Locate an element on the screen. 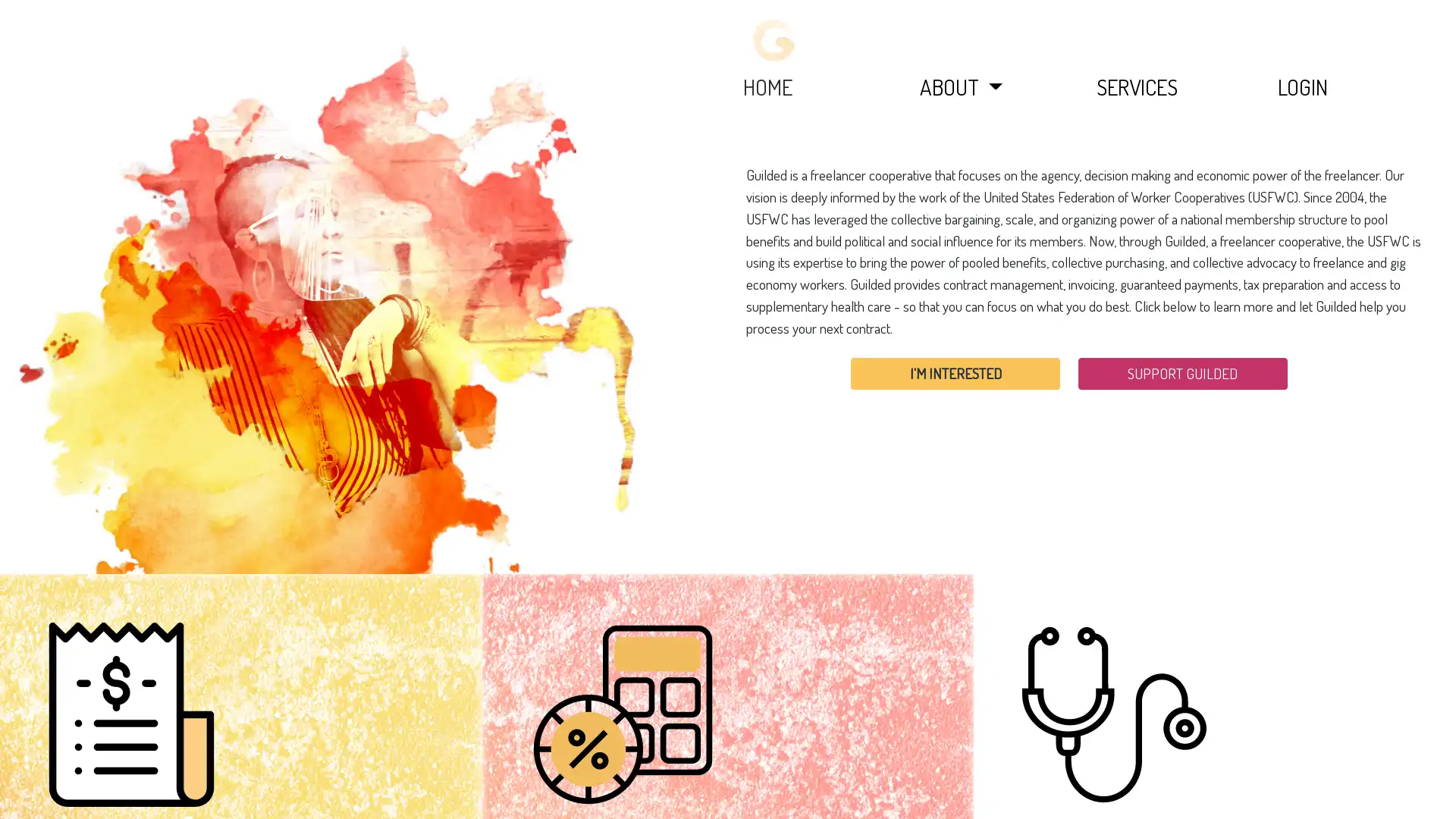 The height and width of the screenshot is (819, 1456). I'M INTERESTED is located at coordinates (954, 373).